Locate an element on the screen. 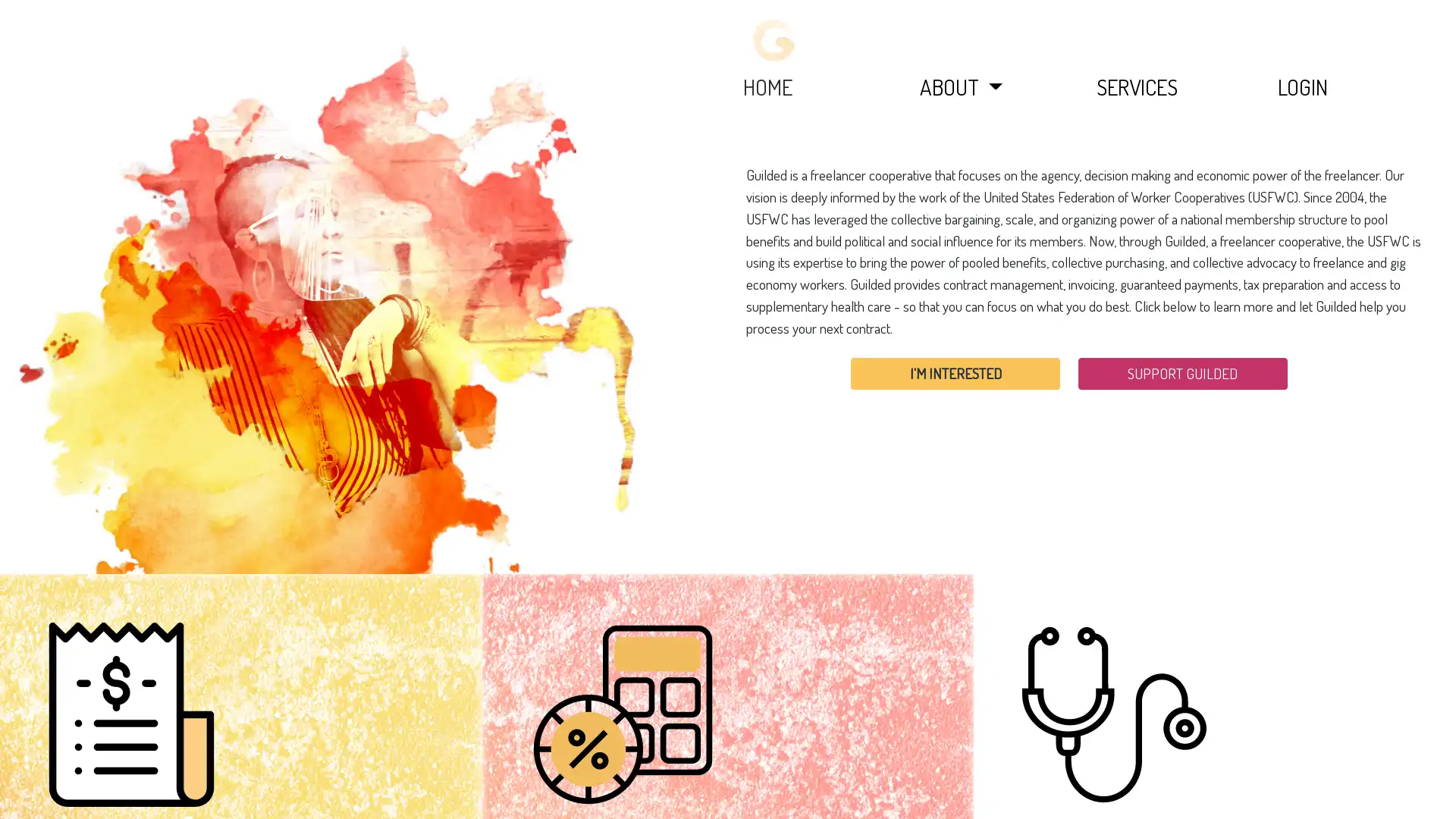 The height and width of the screenshot is (819, 1456). I'M INTERESTED is located at coordinates (954, 373).